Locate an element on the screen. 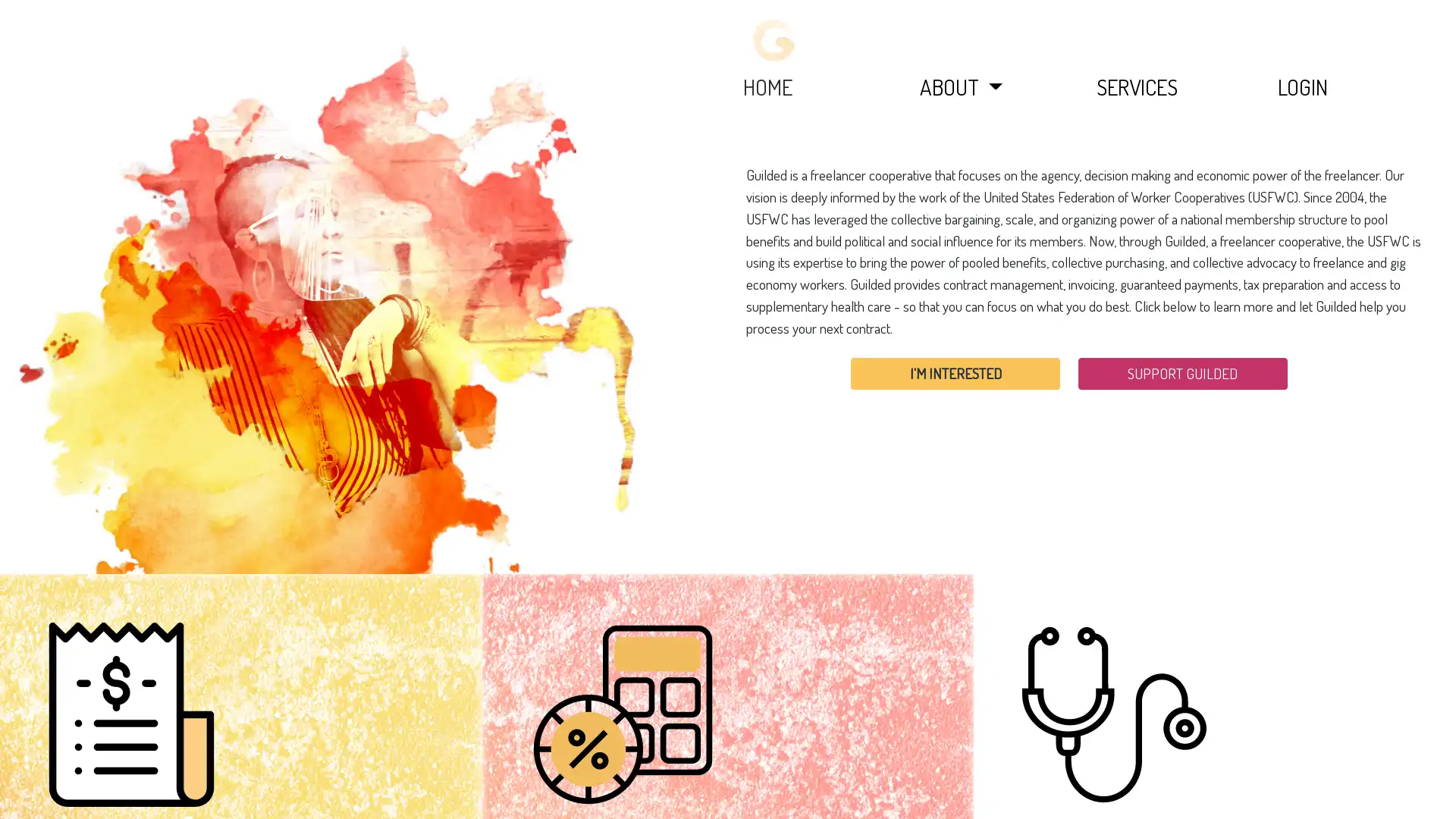 The height and width of the screenshot is (819, 1456). I'M INTERESTED is located at coordinates (954, 373).